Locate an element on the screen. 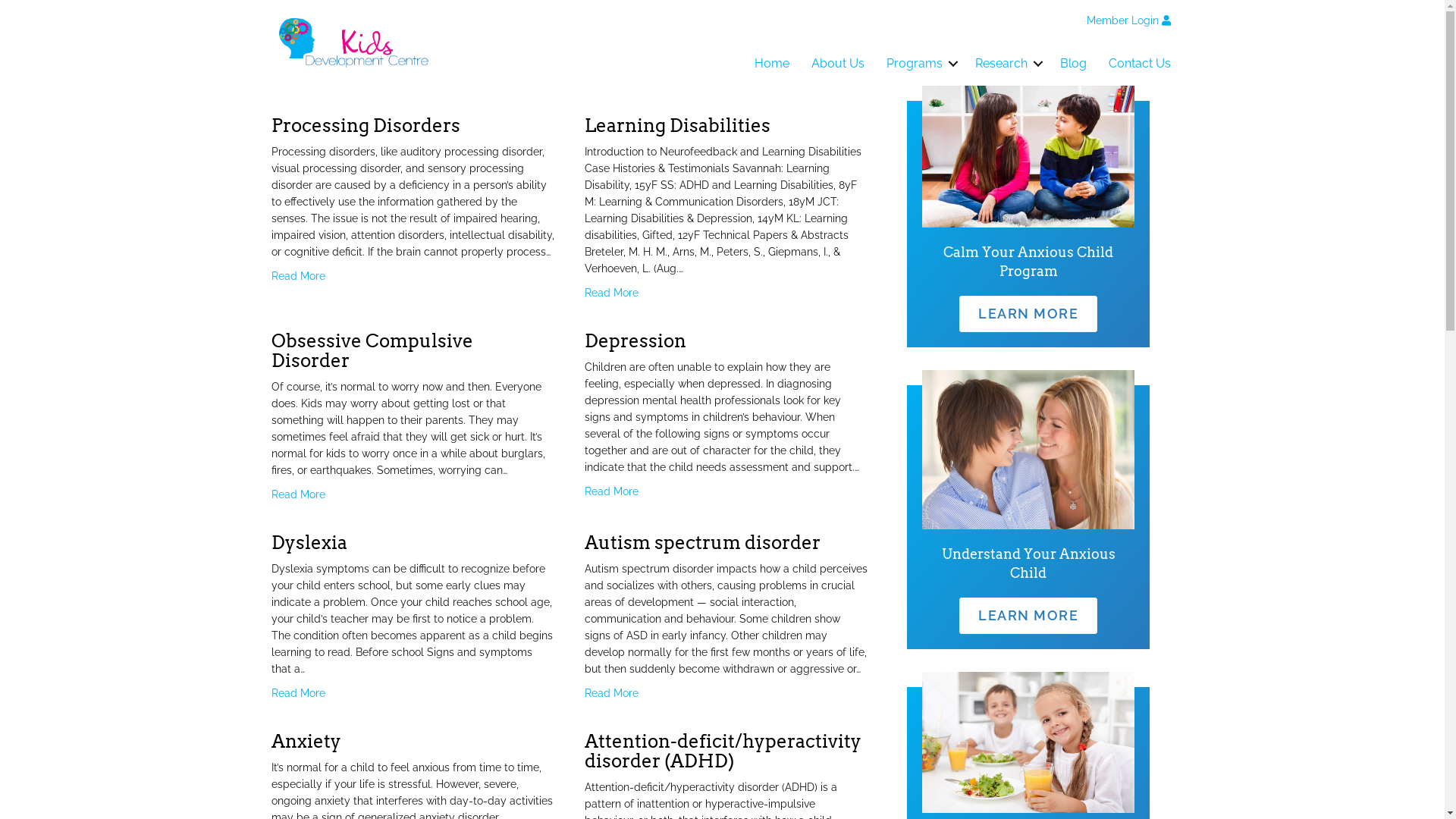 Image resolution: width=1456 pixels, height=819 pixels. 'Member Login' is located at coordinates (1128, 20).